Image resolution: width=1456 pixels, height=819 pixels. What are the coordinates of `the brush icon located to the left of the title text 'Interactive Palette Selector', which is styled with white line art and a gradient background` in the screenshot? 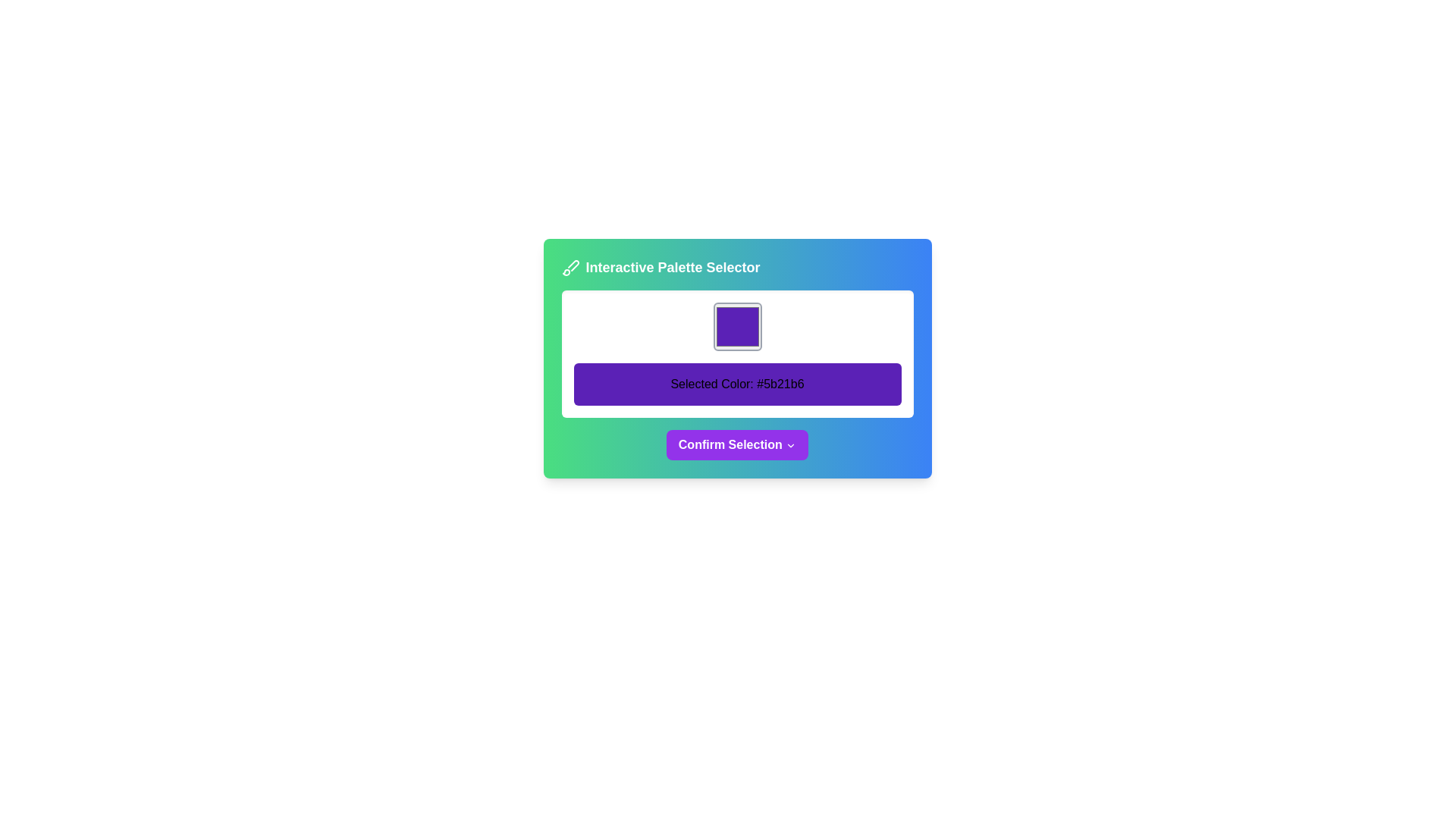 It's located at (570, 267).